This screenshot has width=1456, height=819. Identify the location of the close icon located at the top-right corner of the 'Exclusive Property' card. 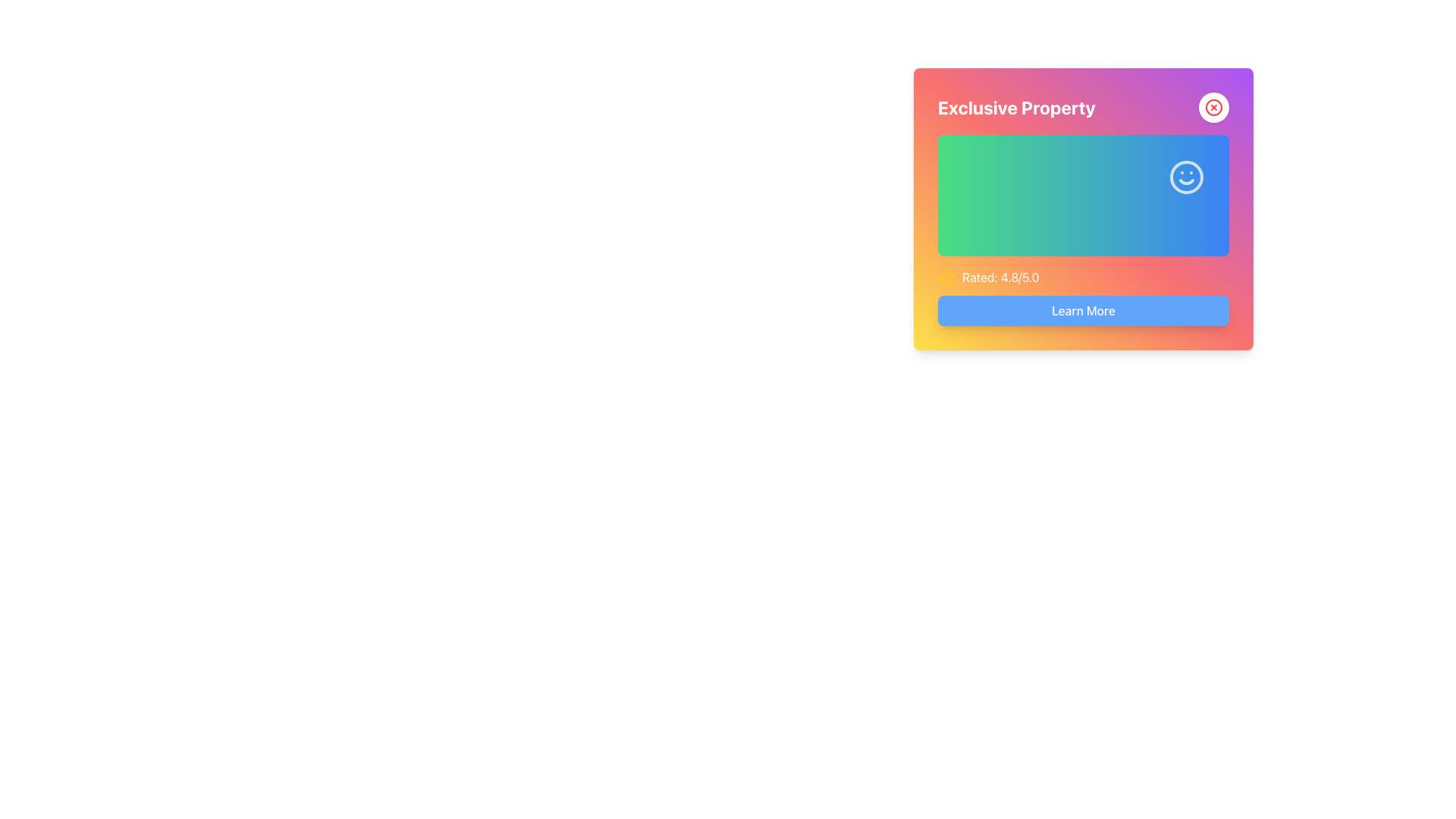
(1214, 107).